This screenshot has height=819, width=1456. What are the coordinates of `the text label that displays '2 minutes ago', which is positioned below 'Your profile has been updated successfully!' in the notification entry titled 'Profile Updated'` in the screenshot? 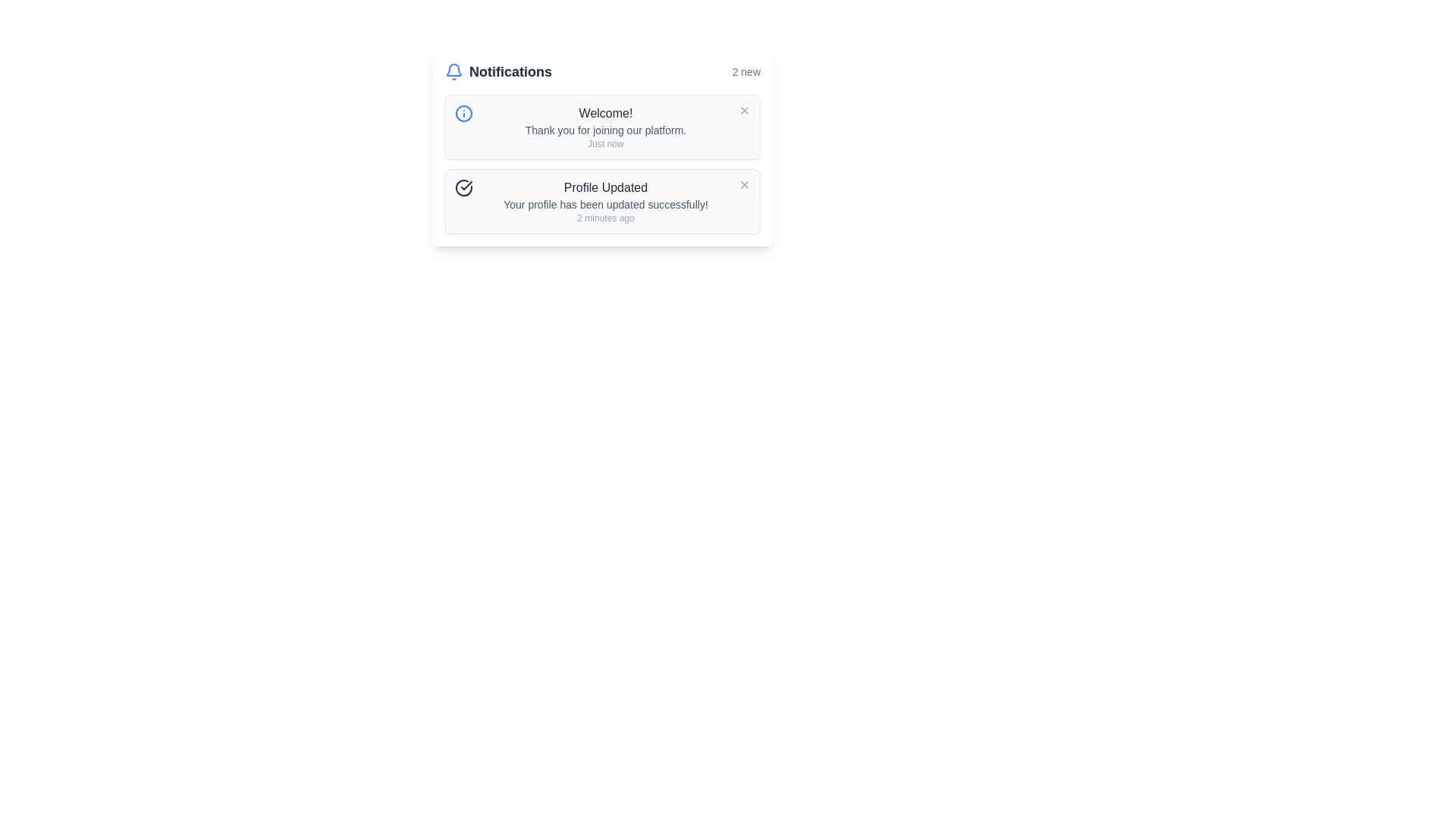 It's located at (604, 218).